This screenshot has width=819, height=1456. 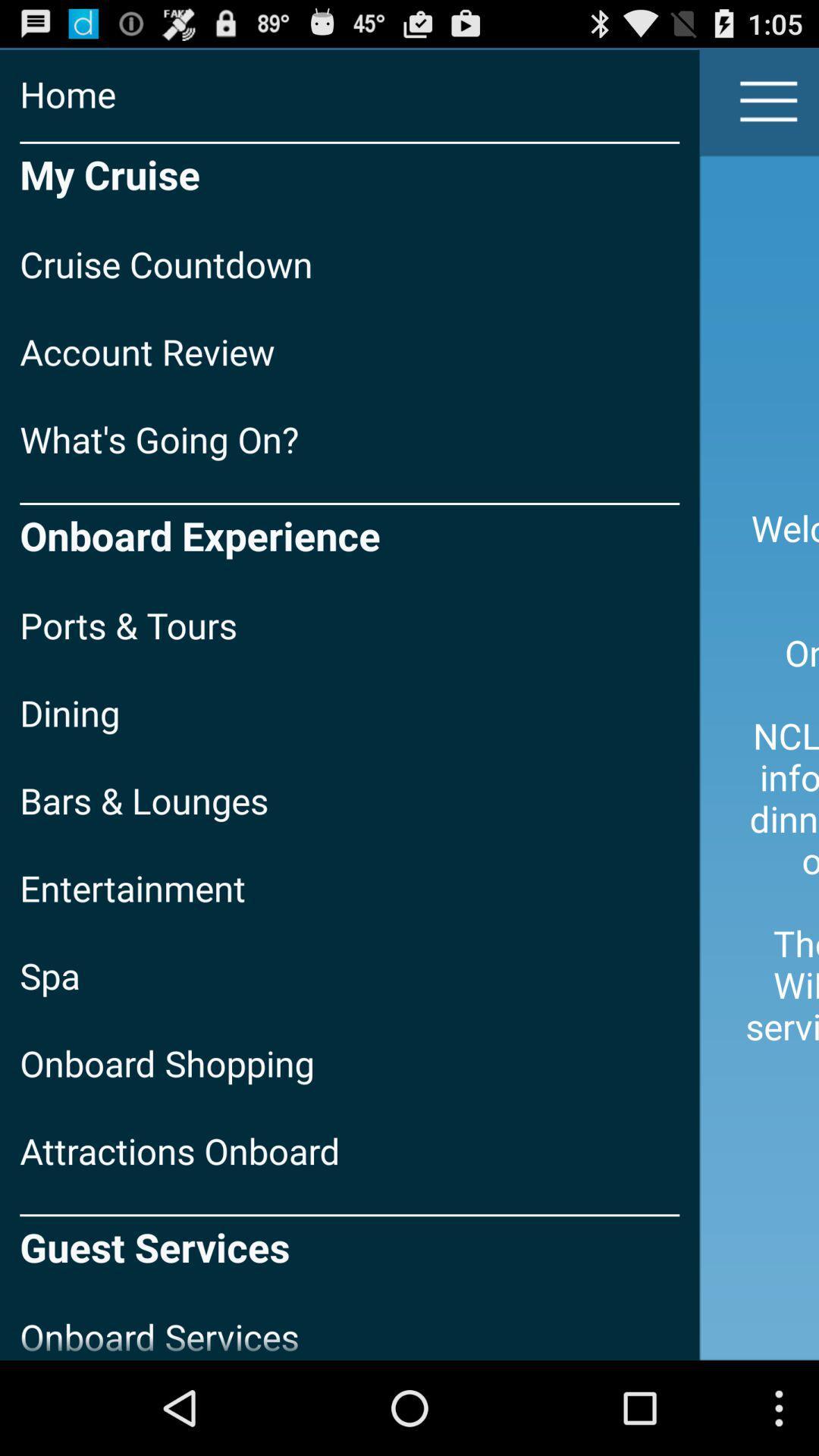 What do you see at coordinates (350, 93) in the screenshot?
I see `home item` at bounding box center [350, 93].